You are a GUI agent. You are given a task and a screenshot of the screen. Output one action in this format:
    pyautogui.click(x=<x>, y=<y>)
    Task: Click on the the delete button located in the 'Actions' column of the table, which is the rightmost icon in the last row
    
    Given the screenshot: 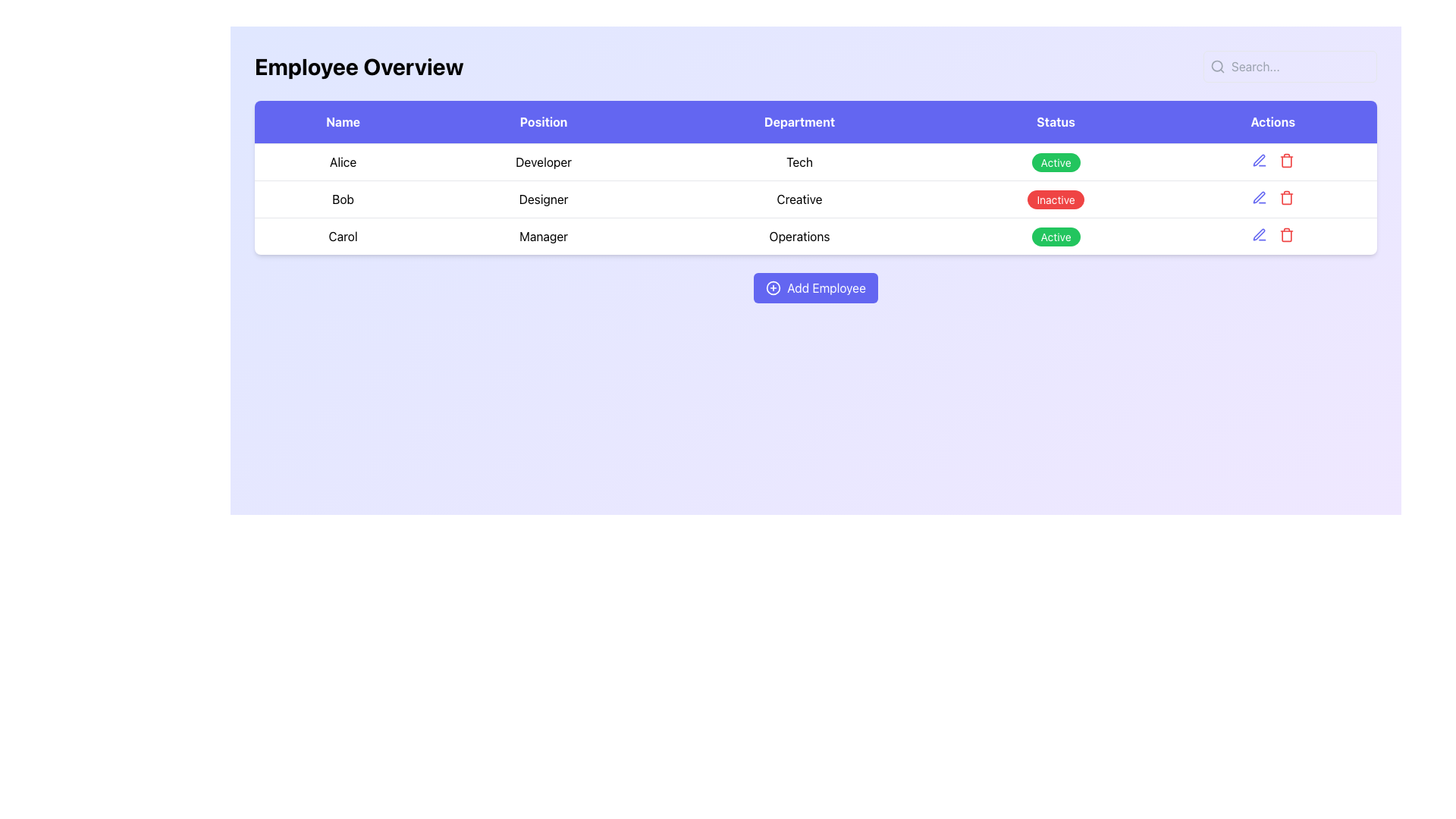 What is the action you would take?
    pyautogui.click(x=1285, y=234)
    